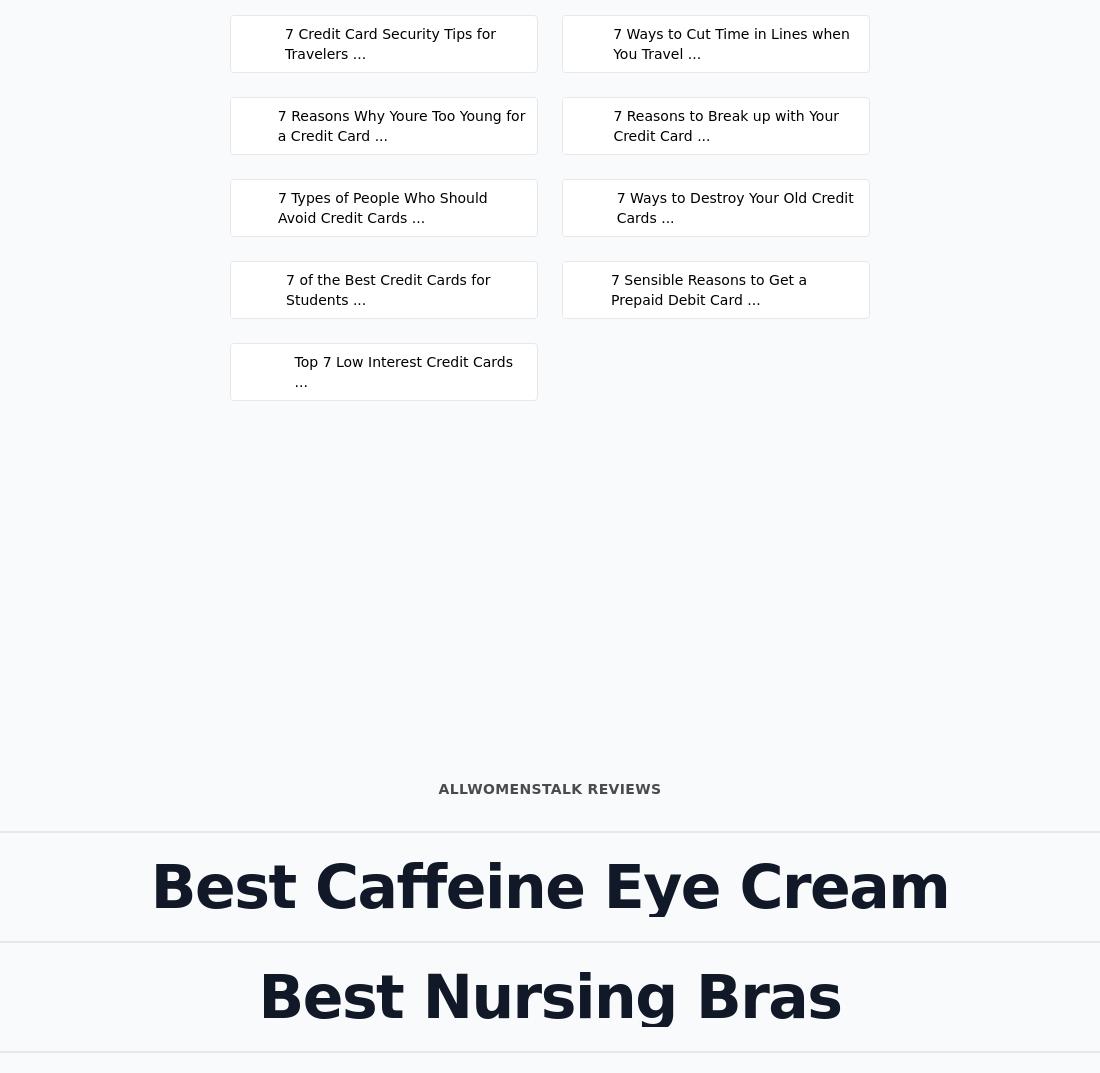 The width and height of the screenshot is (1100, 1073). Describe the element at coordinates (387, 289) in the screenshot. I see `'7 of the Best Credit Cards for Students ...'` at that location.